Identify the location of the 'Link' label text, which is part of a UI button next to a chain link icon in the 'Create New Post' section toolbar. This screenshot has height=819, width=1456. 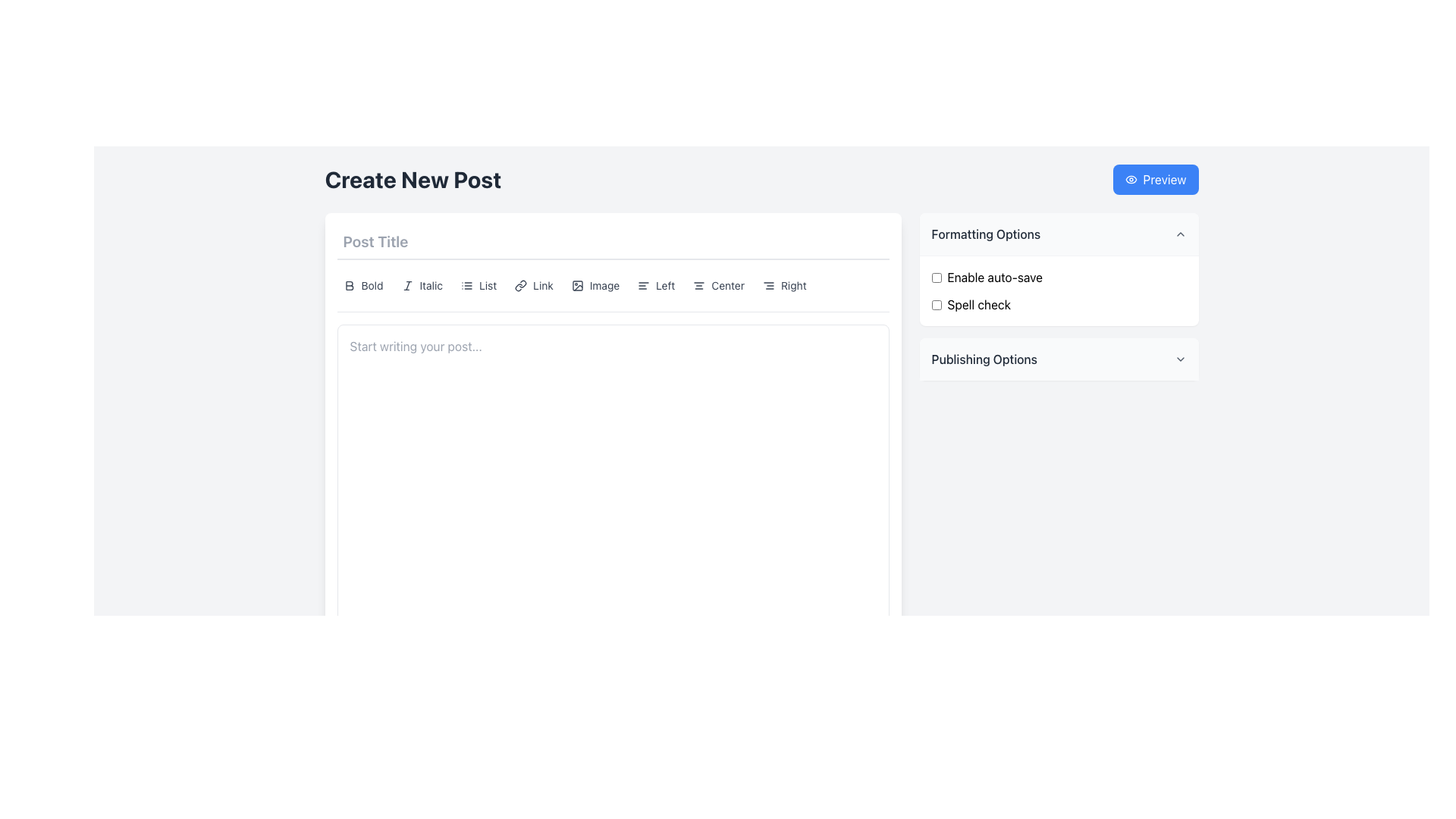
(543, 286).